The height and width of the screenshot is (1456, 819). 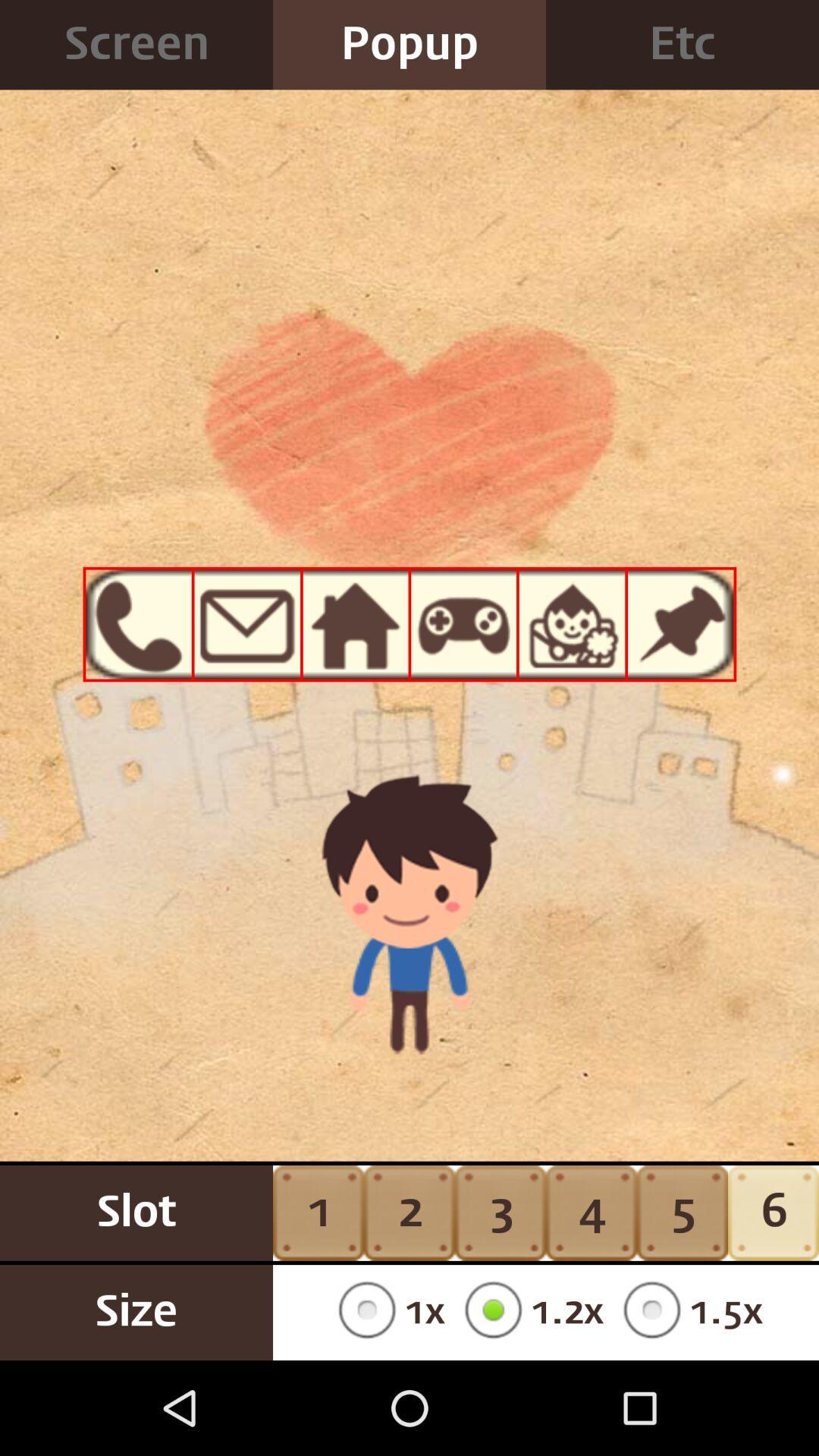 I want to click on icon next to 1 item, so click(x=409, y=1212).